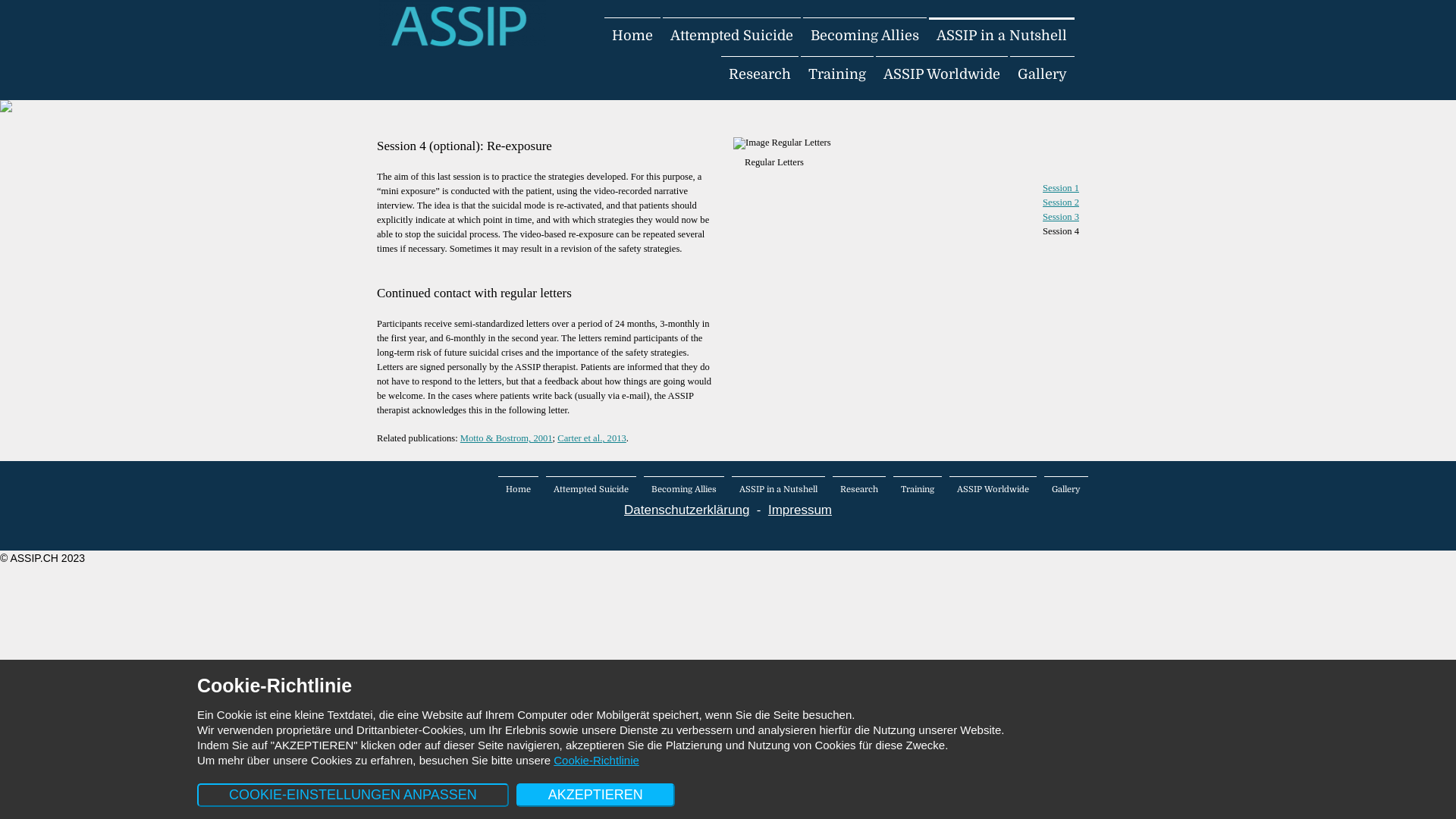  I want to click on 'COOKIE-EINSTELLUNGEN ANPASSEN', so click(352, 794).